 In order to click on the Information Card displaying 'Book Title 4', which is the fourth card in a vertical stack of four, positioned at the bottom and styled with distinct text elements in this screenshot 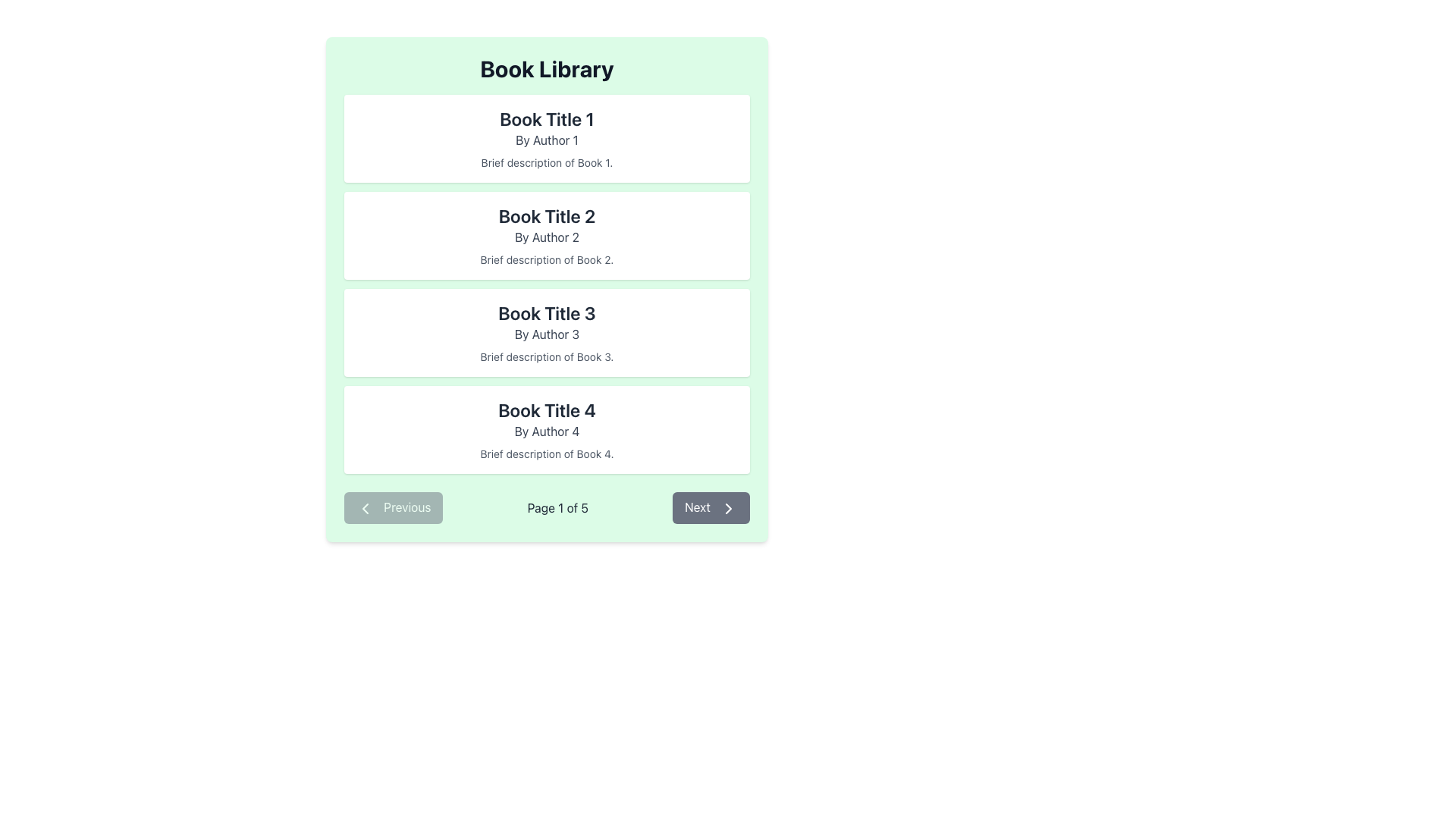, I will do `click(546, 430)`.